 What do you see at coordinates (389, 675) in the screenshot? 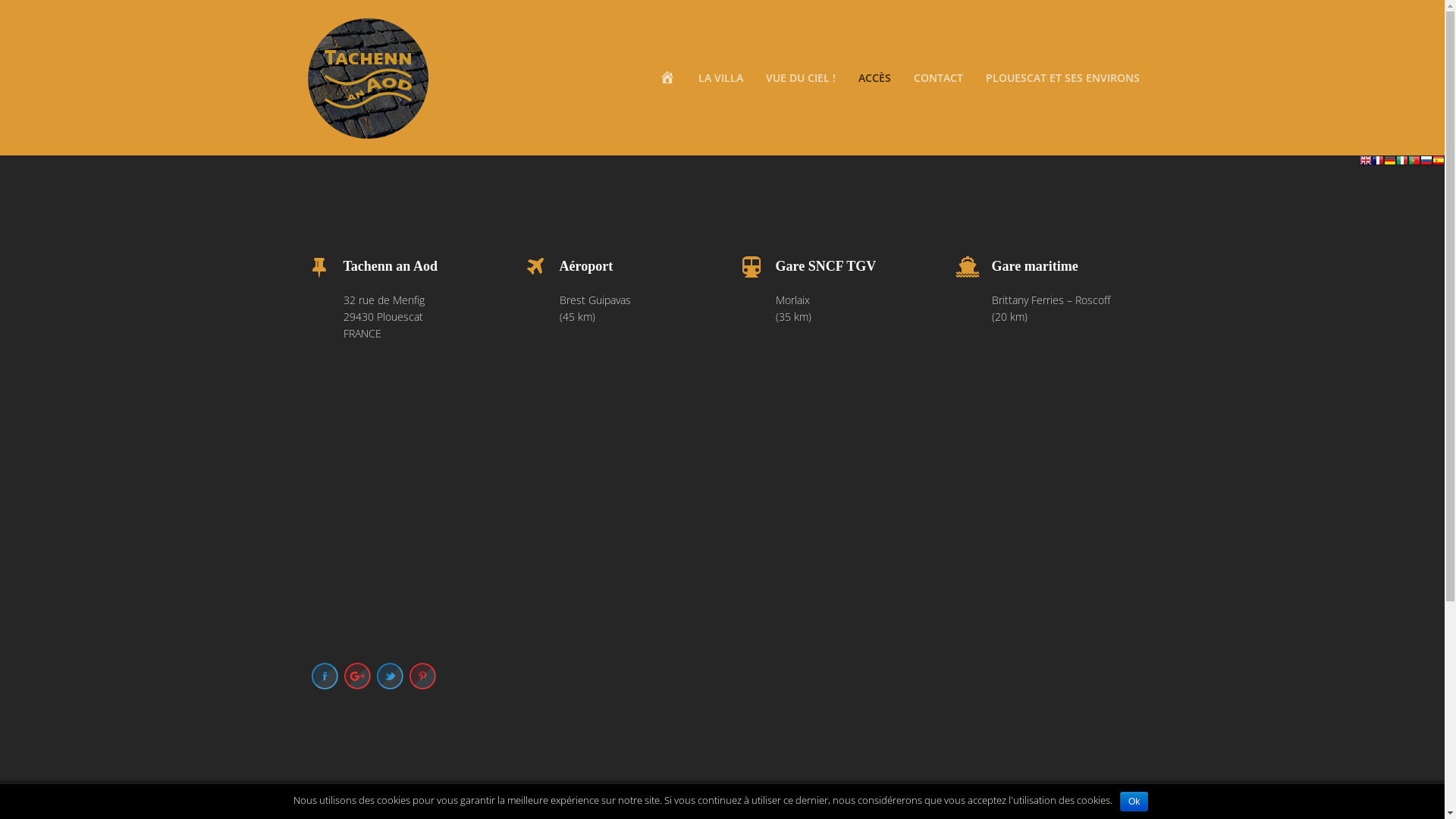
I see `'Twitter'` at bounding box center [389, 675].